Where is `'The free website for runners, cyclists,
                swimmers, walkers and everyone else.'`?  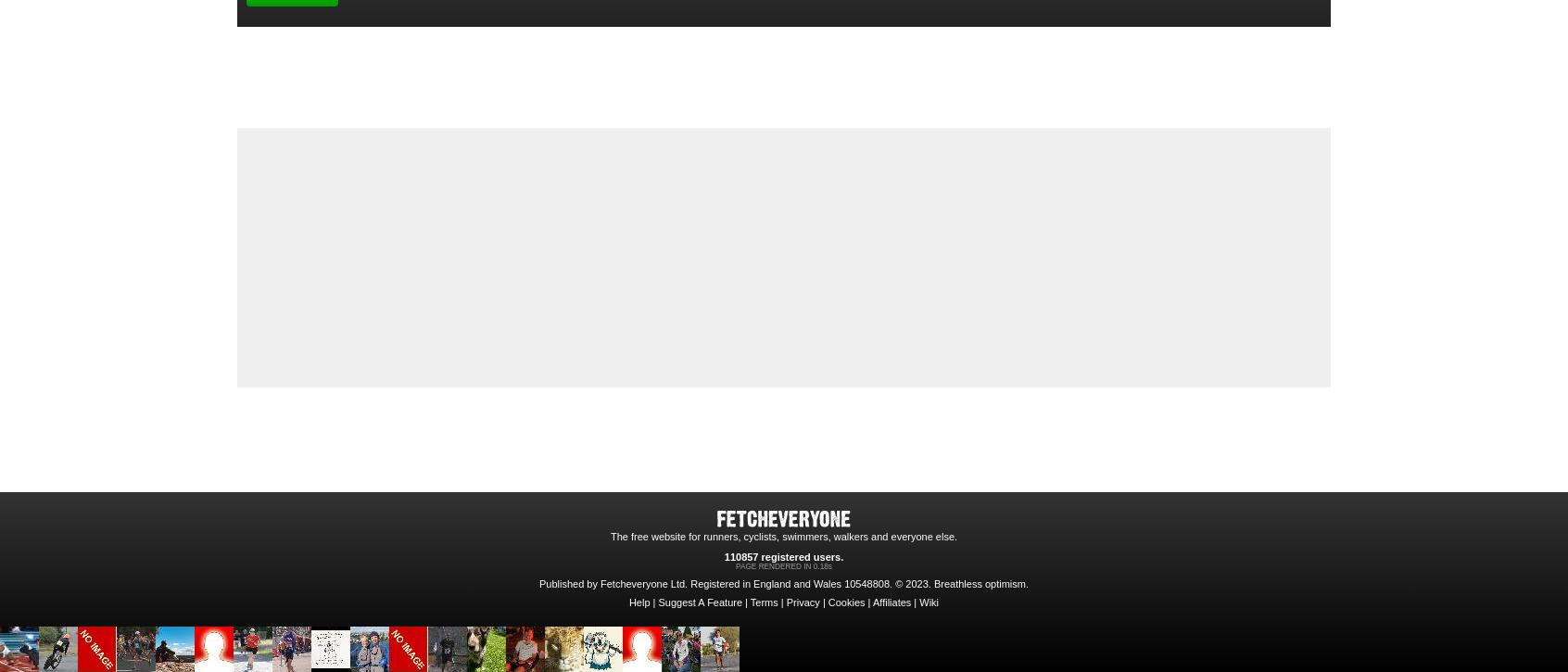
'The free website for runners, cyclists,
                swimmers, walkers and everyone else.' is located at coordinates (783, 536).